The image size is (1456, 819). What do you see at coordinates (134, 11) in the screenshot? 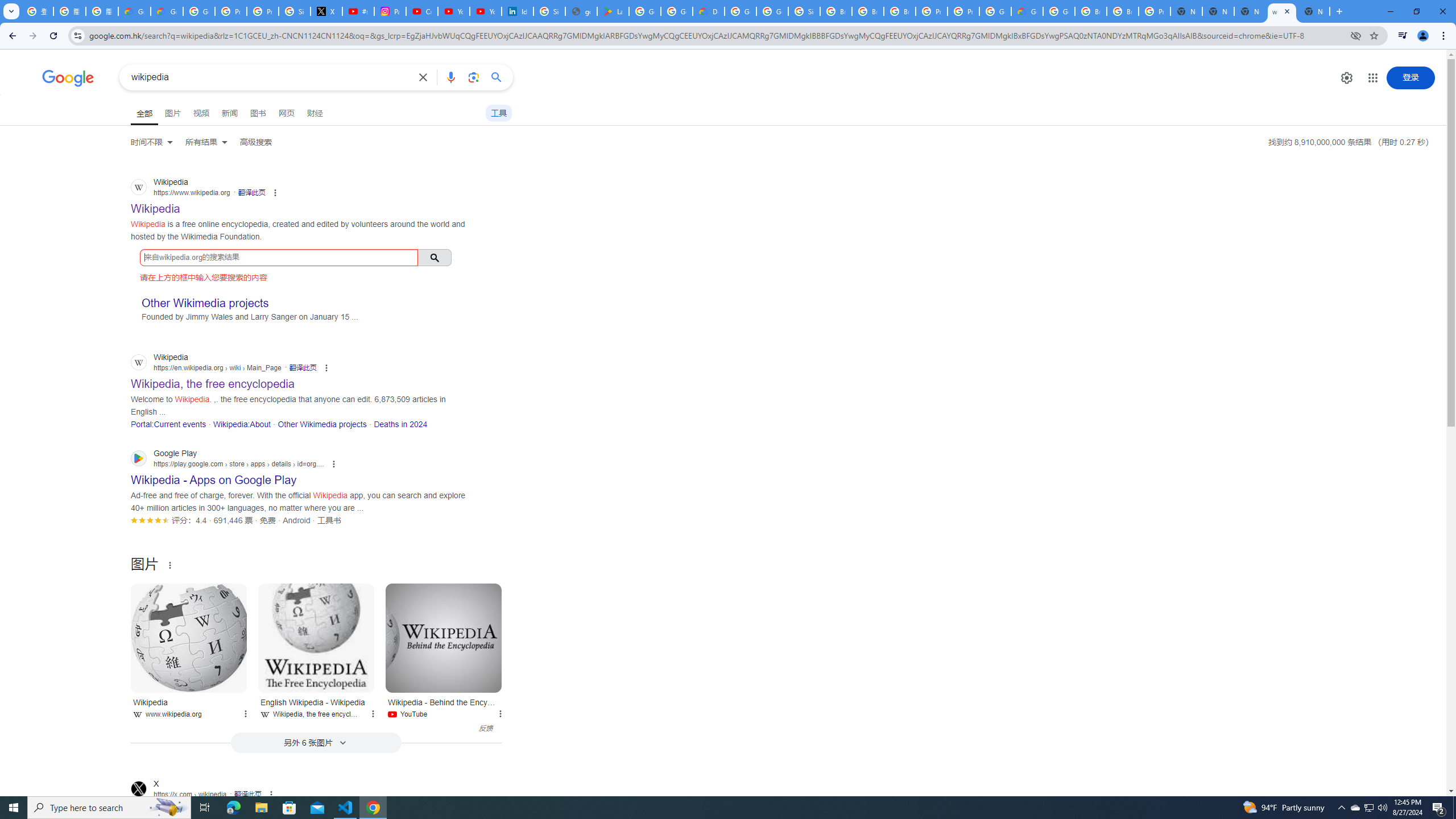
I see `'Google Cloud Privacy Notice'` at bounding box center [134, 11].